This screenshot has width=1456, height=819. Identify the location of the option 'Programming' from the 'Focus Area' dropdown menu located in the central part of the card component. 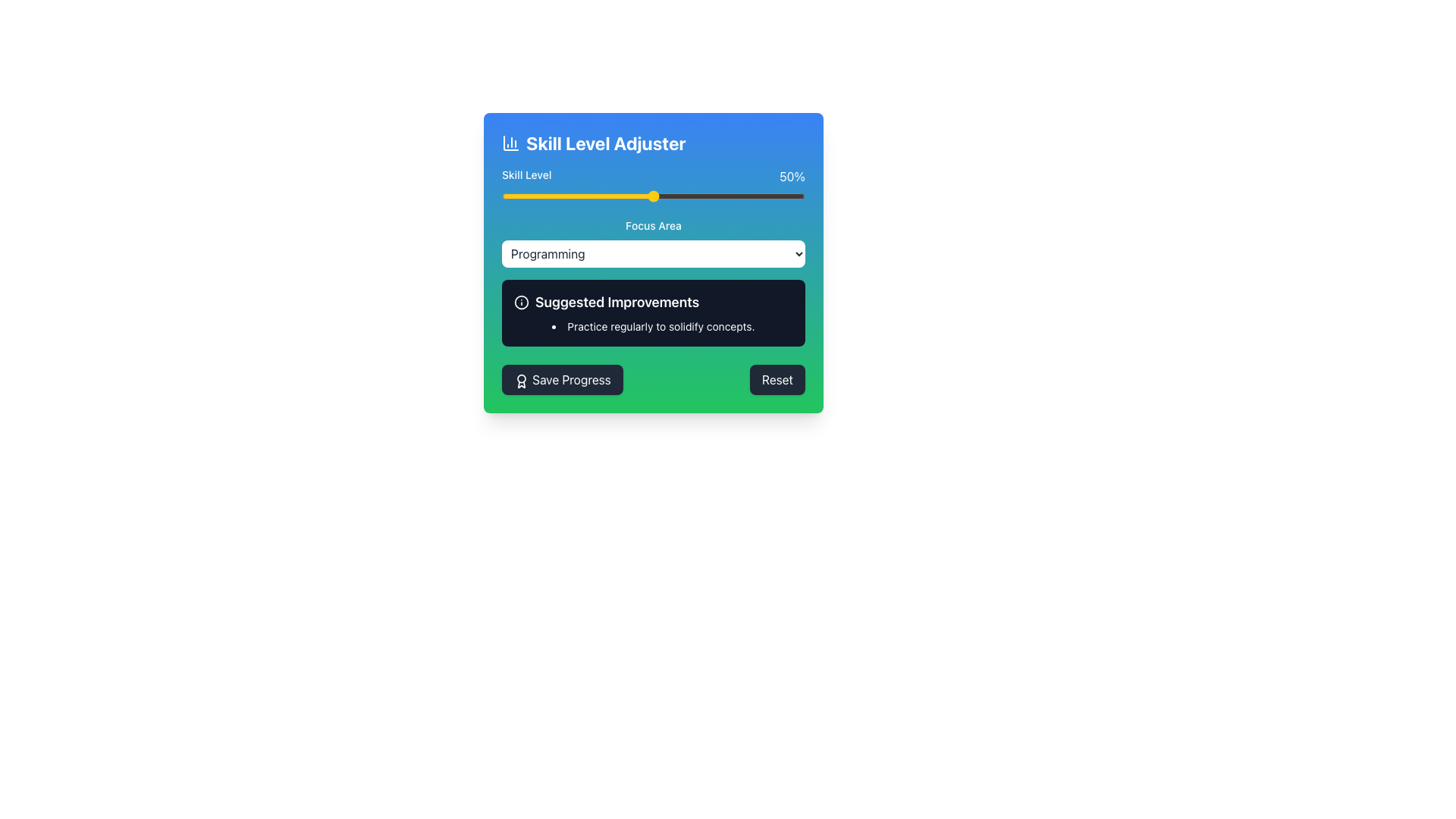
(654, 241).